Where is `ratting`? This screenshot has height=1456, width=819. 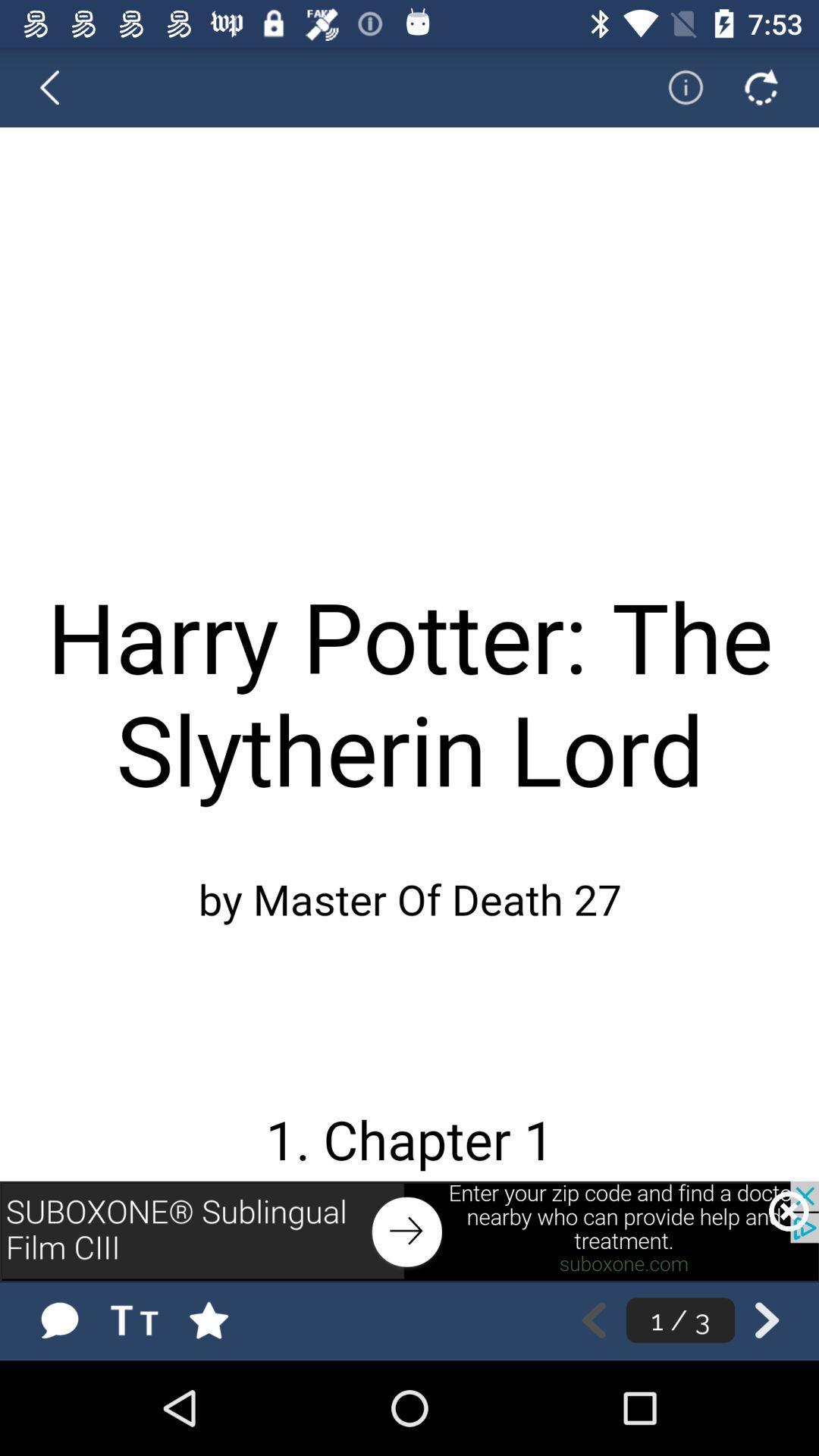 ratting is located at coordinates (224, 1319).